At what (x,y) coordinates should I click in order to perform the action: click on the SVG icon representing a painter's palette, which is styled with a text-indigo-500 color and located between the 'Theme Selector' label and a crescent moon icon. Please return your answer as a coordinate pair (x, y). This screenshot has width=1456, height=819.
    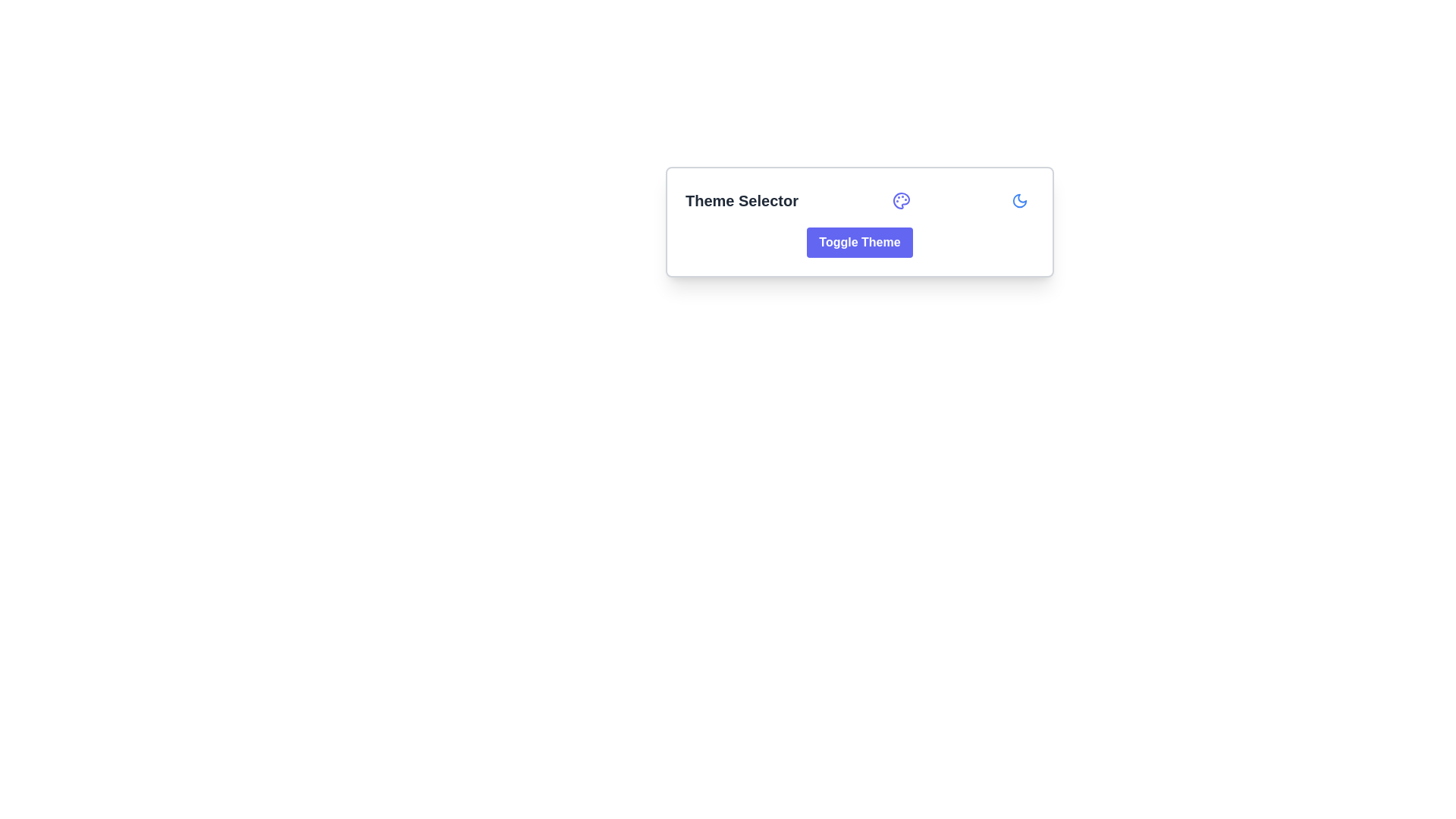
    Looking at the image, I should click on (902, 200).